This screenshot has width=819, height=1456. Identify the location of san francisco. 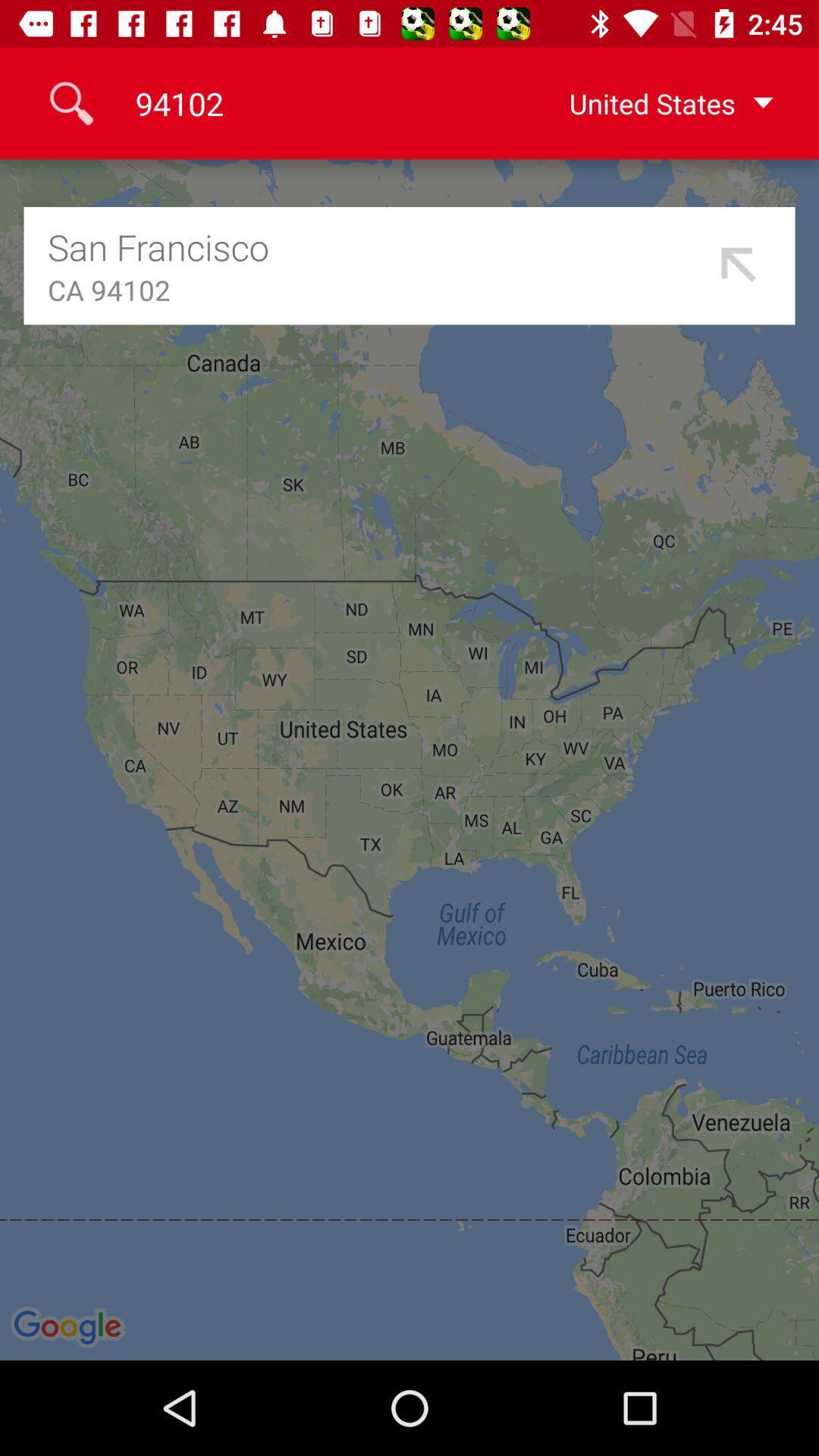
(376, 246).